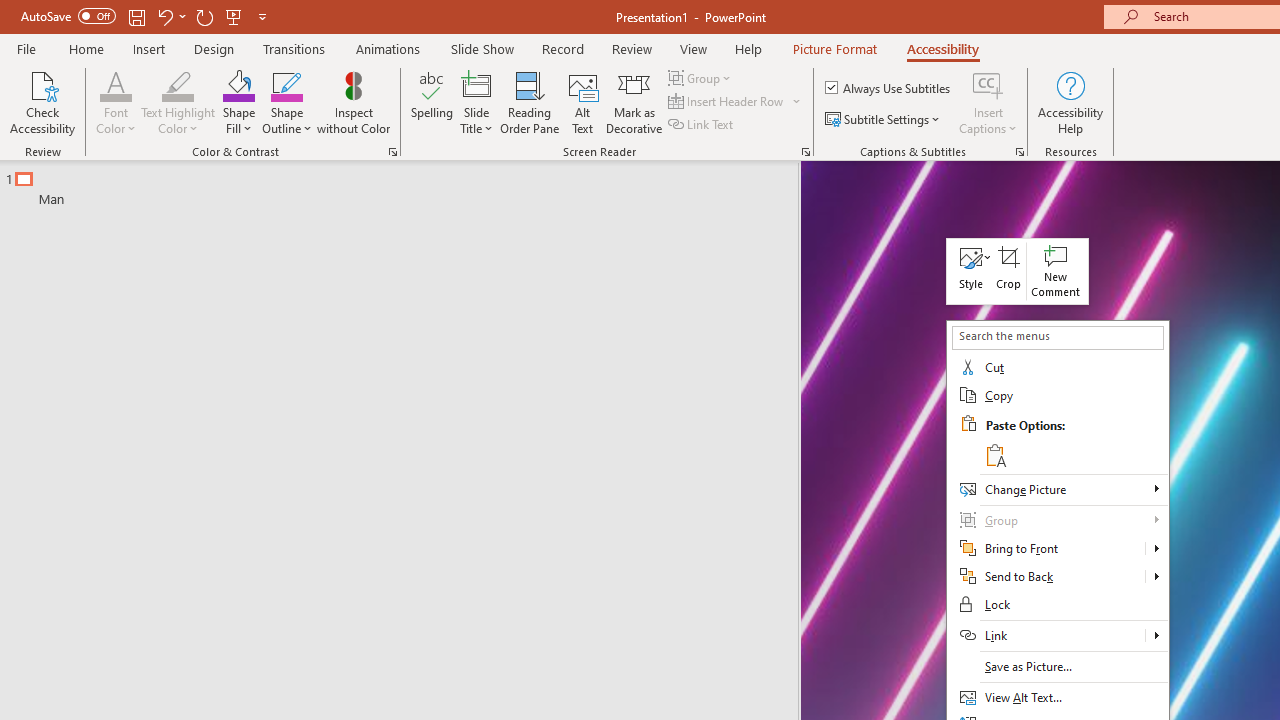  What do you see at coordinates (702, 124) in the screenshot?
I see `'Link Text'` at bounding box center [702, 124].